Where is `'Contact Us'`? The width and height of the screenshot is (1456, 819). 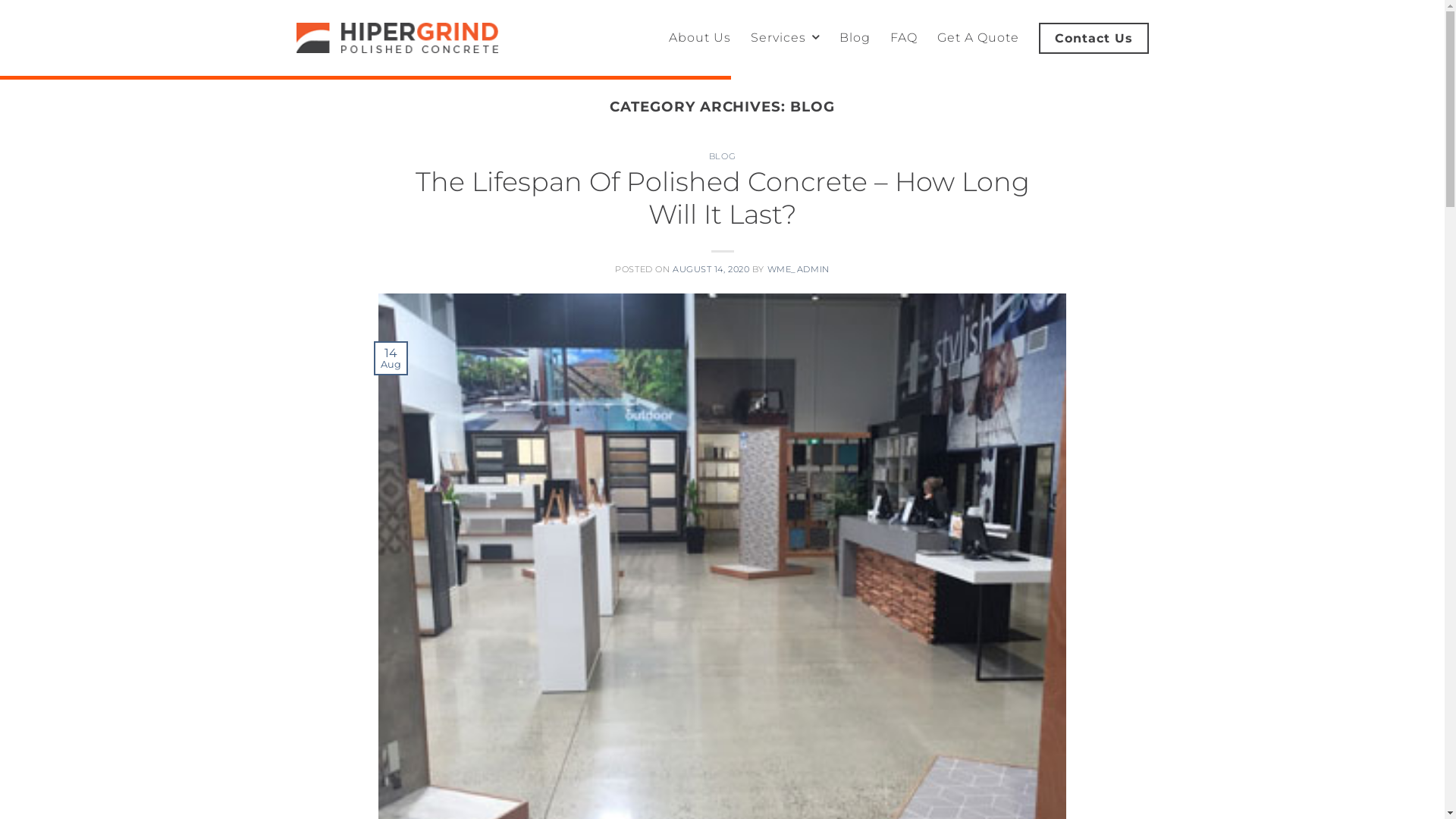 'Contact Us' is located at coordinates (1094, 37).